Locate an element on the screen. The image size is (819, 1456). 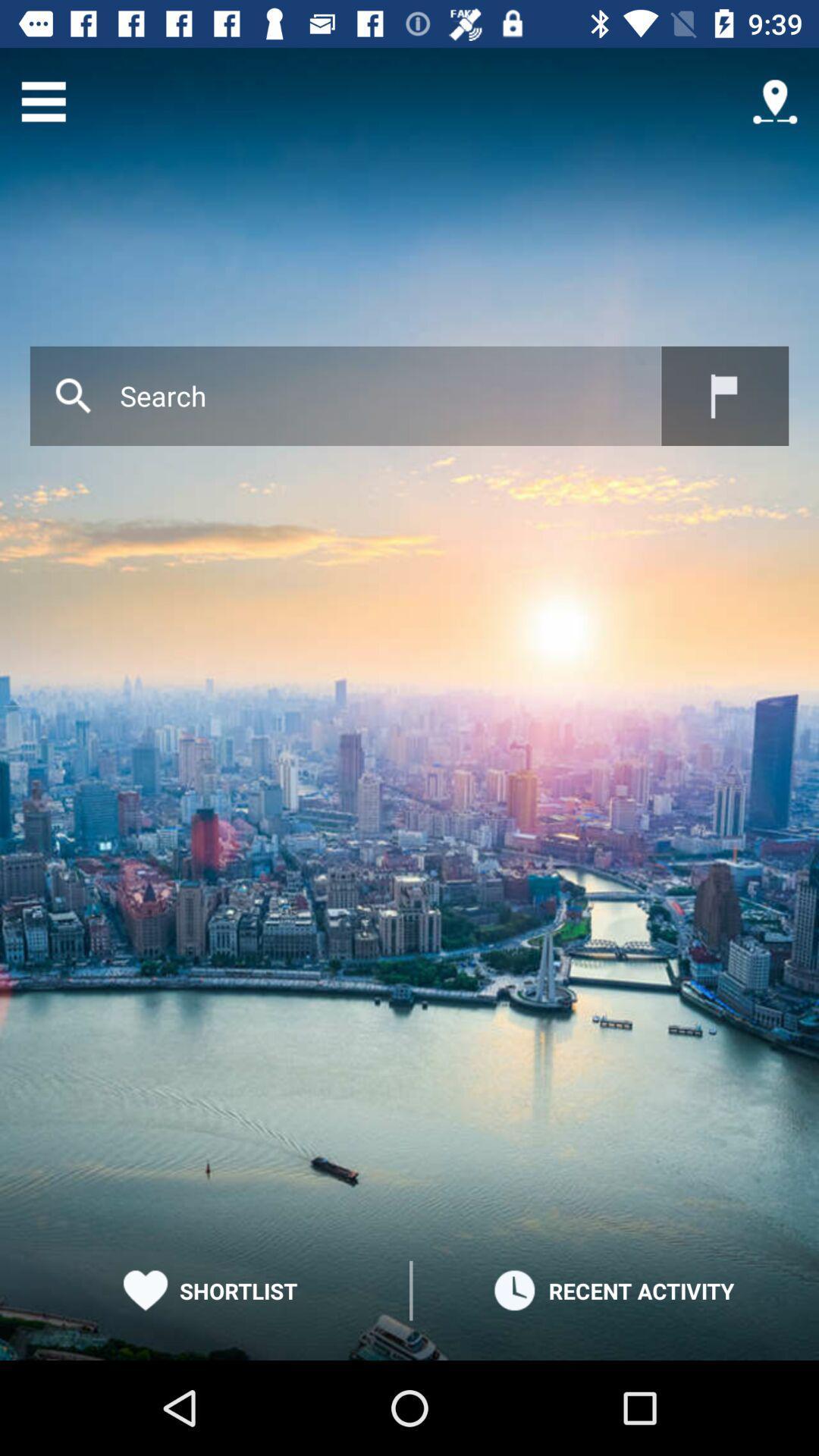
see page options is located at coordinates (42, 101).